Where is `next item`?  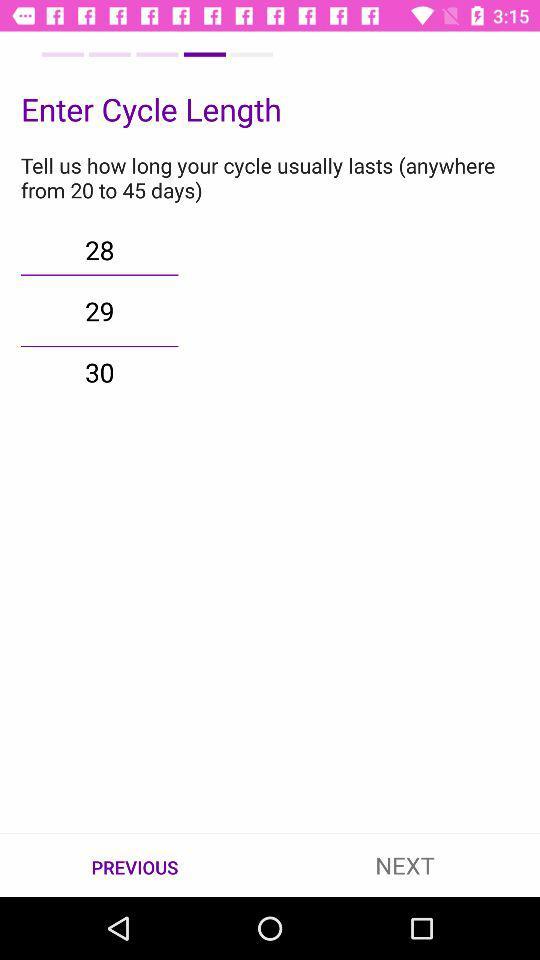 next item is located at coordinates (405, 864).